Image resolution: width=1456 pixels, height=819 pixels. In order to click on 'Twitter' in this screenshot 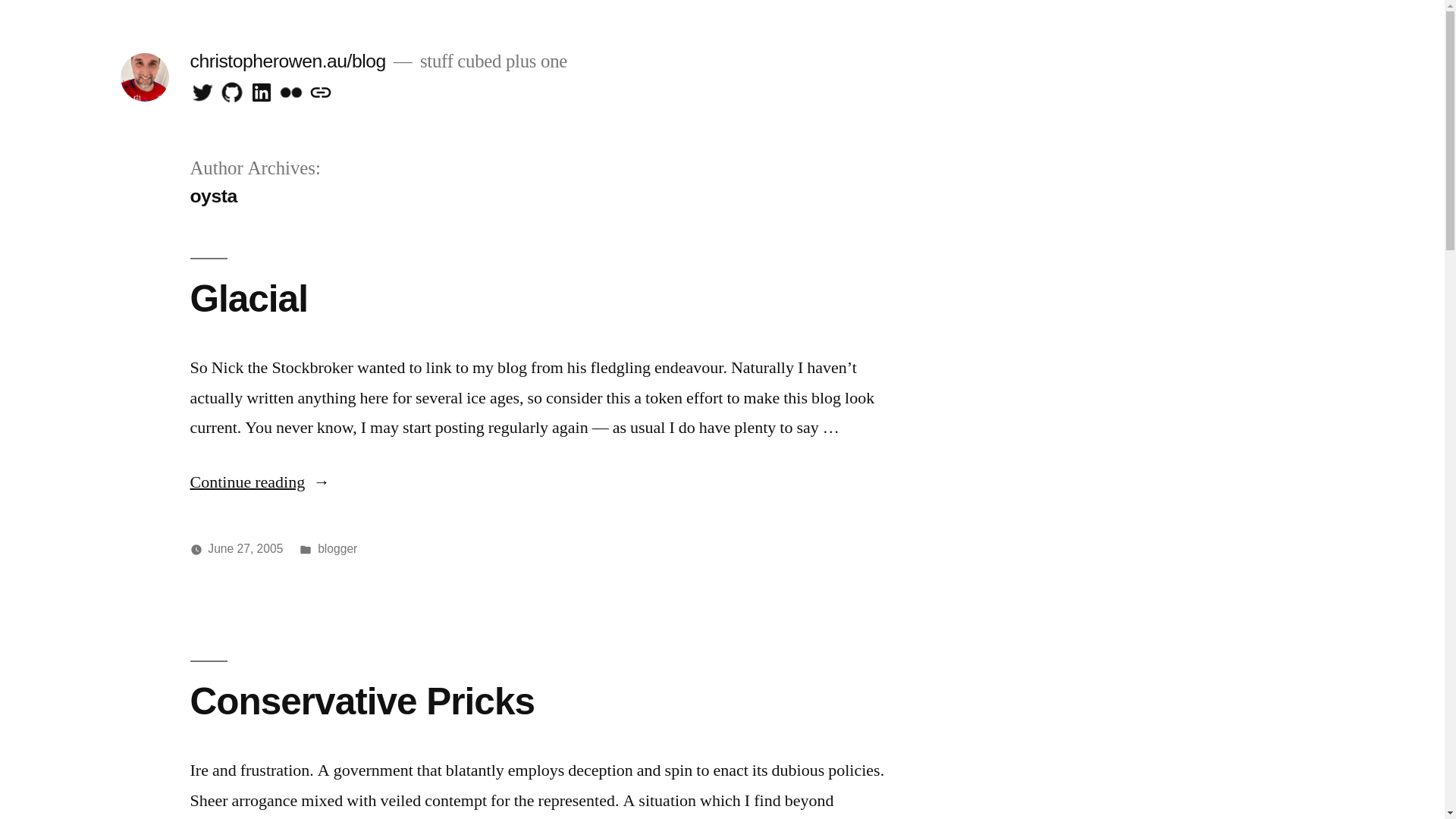, I will do `click(188, 93)`.